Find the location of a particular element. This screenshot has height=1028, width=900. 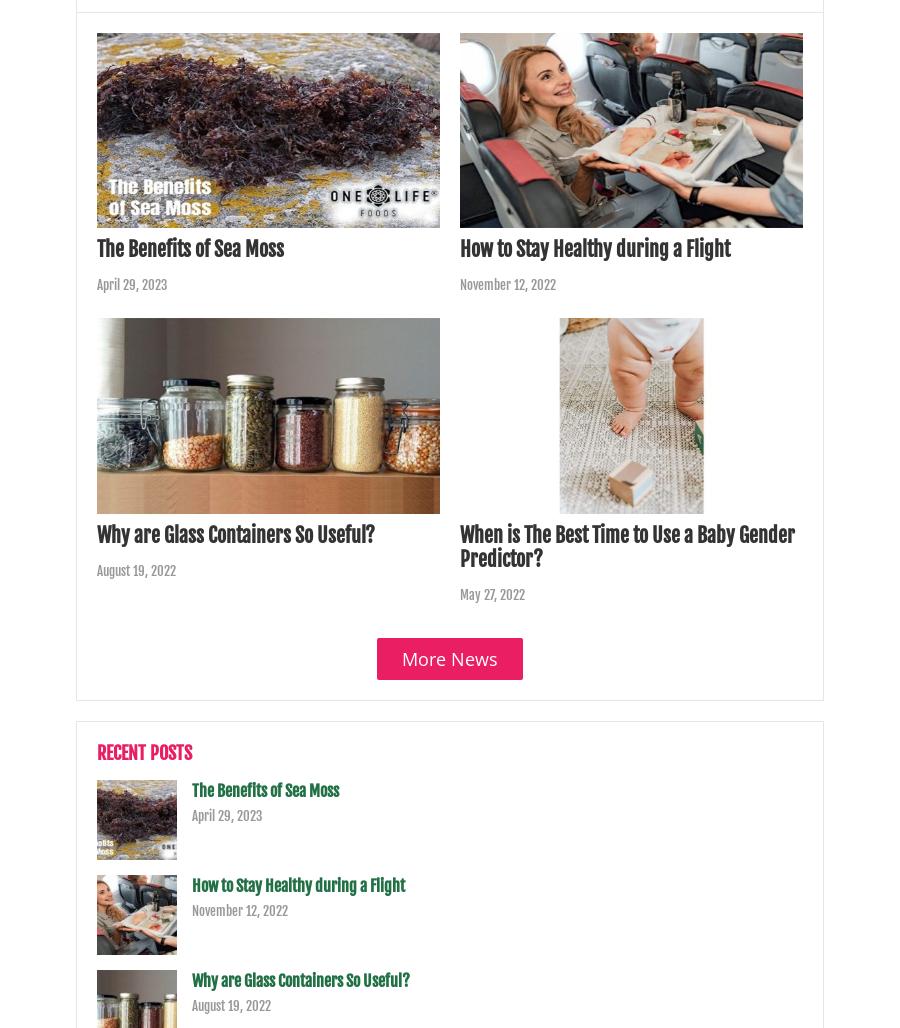

'May 27, 2022' is located at coordinates (491, 592).